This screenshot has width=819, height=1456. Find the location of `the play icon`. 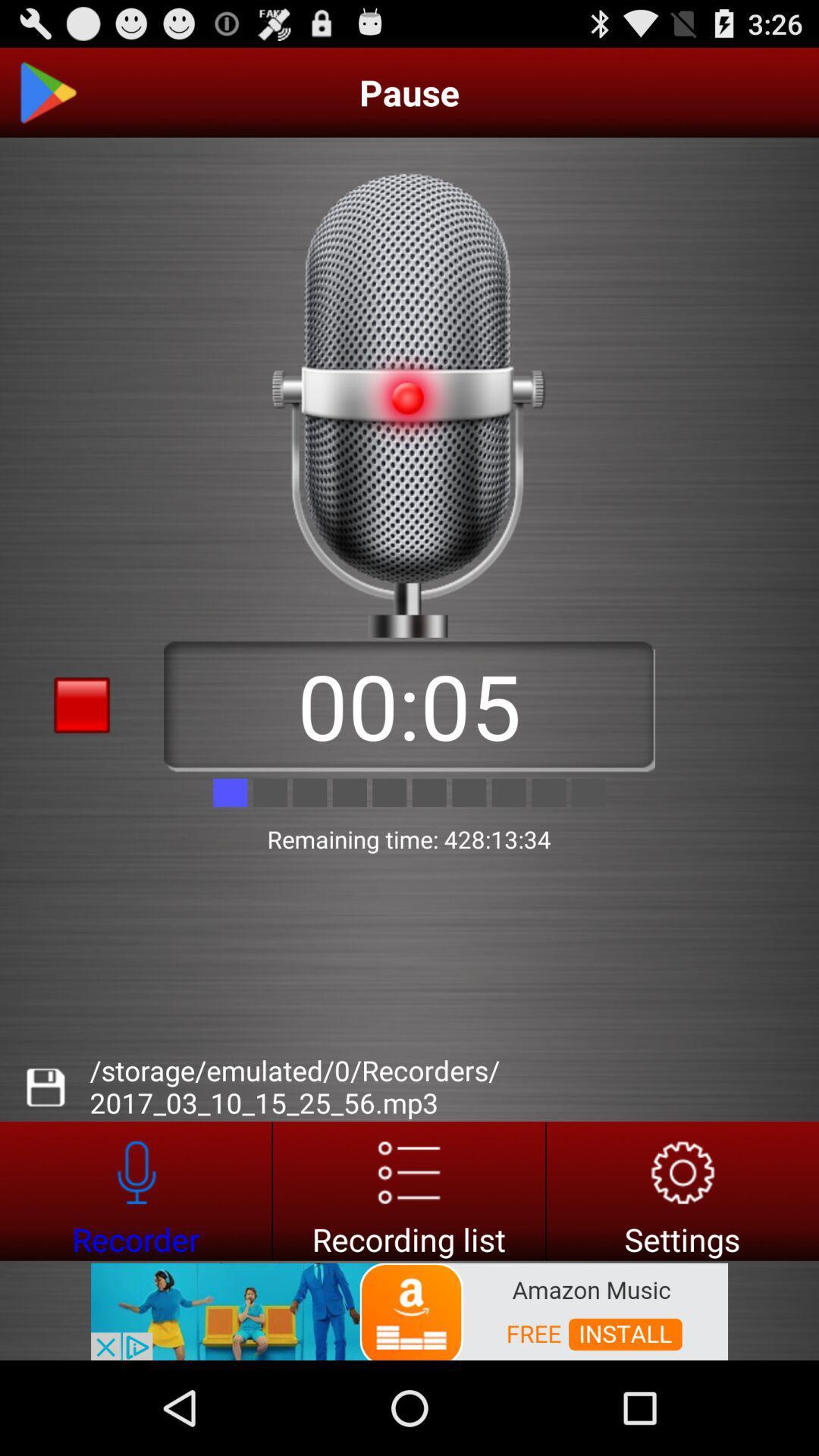

the play icon is located at coordinates (46, 98).